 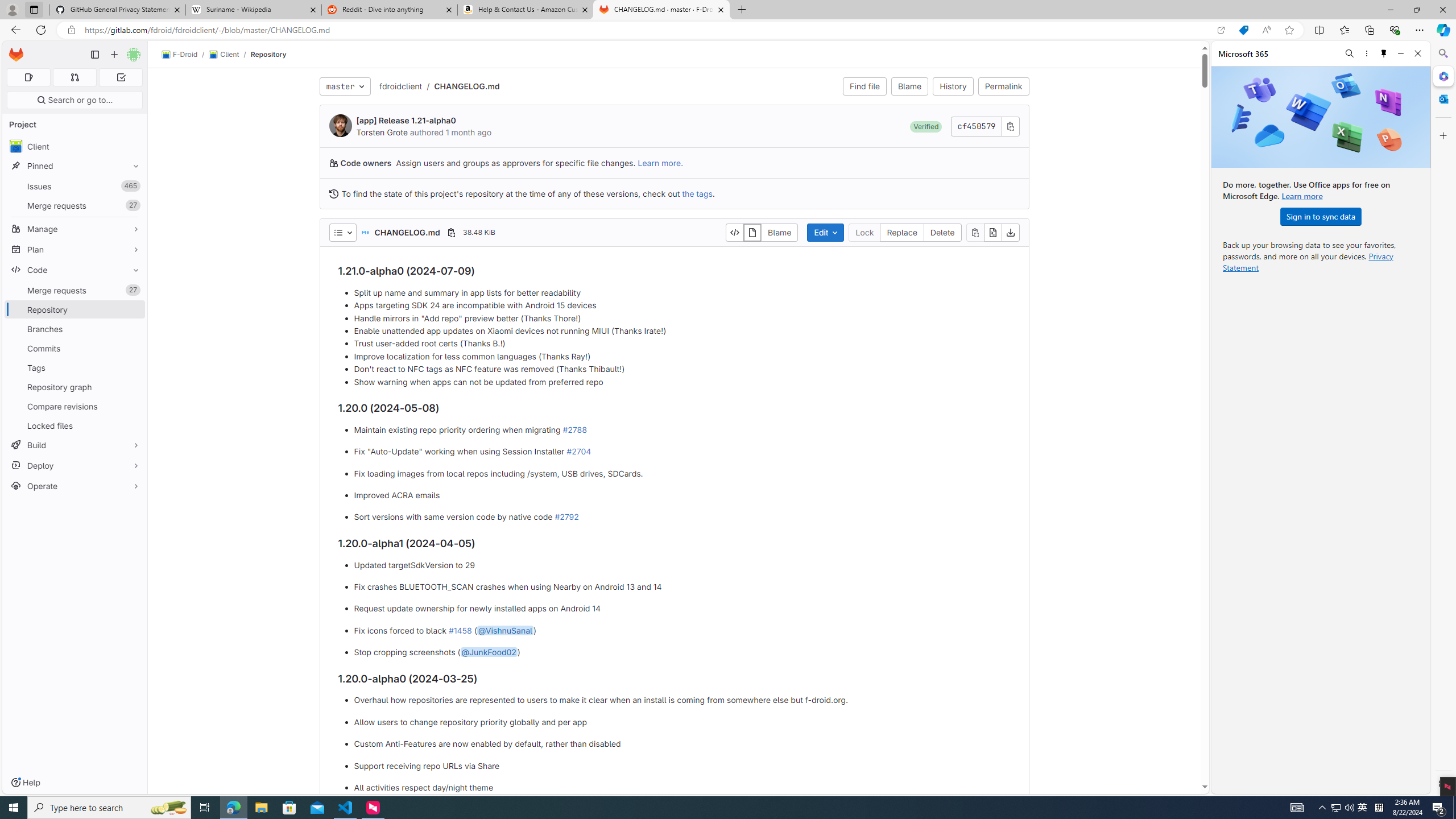 What do you see at coordinates (825, 231) in the screenshot?
I see `'Edit'` at bounding box center [825, 231].